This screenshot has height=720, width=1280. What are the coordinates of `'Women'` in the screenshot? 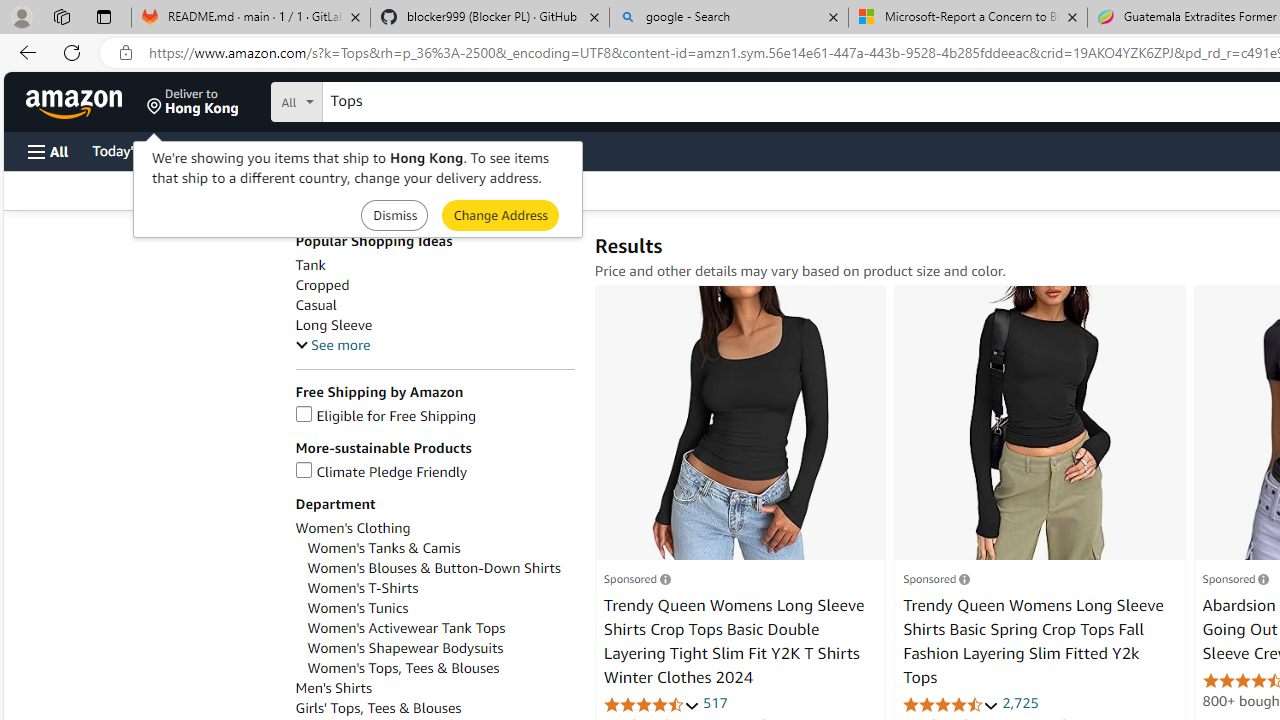 It's located at (362, 587).